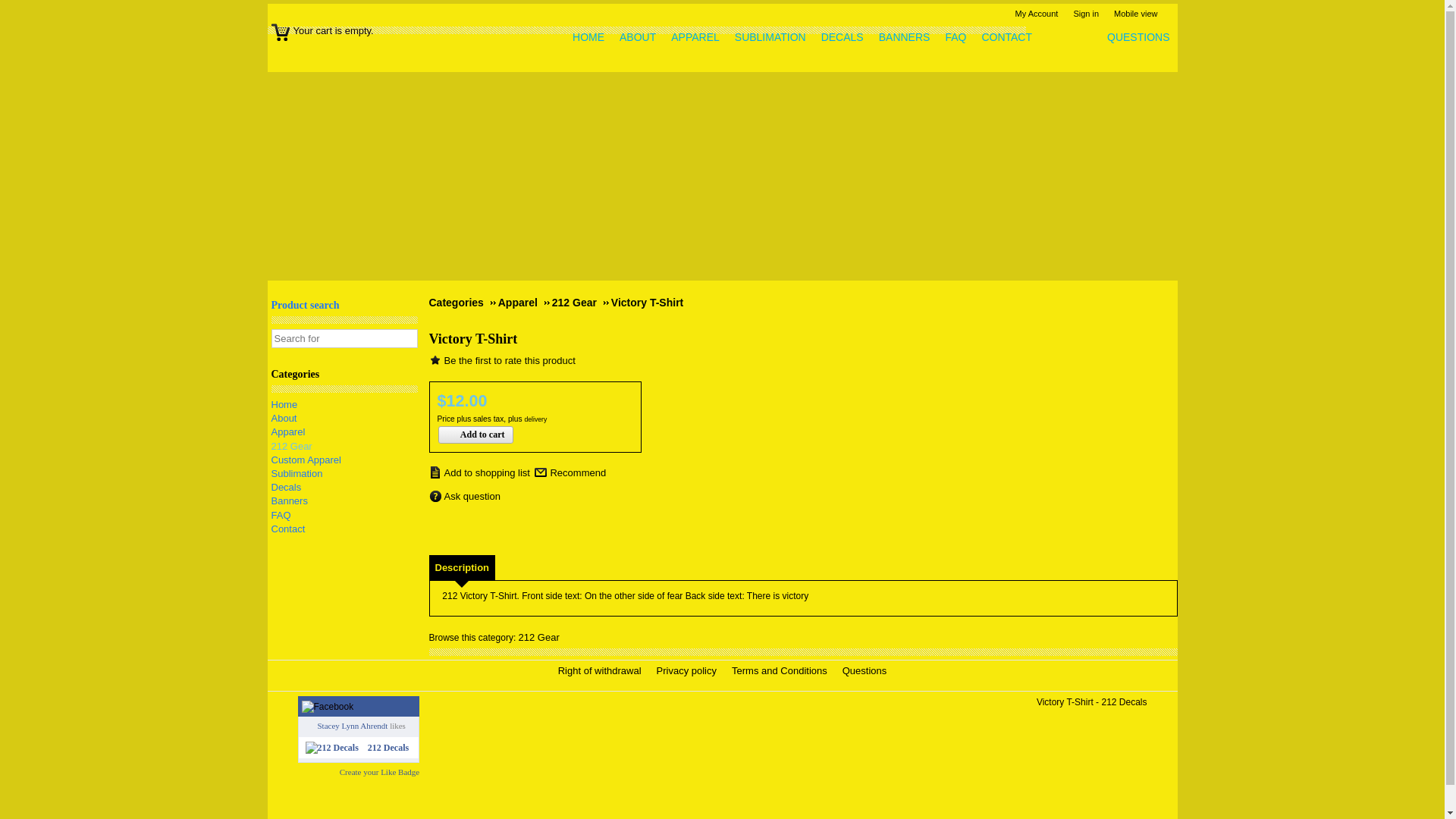  What do you see at coordinates (698, 36) in the screenshot?
I see `'APPAREL'` at bounding box center [698, 36].